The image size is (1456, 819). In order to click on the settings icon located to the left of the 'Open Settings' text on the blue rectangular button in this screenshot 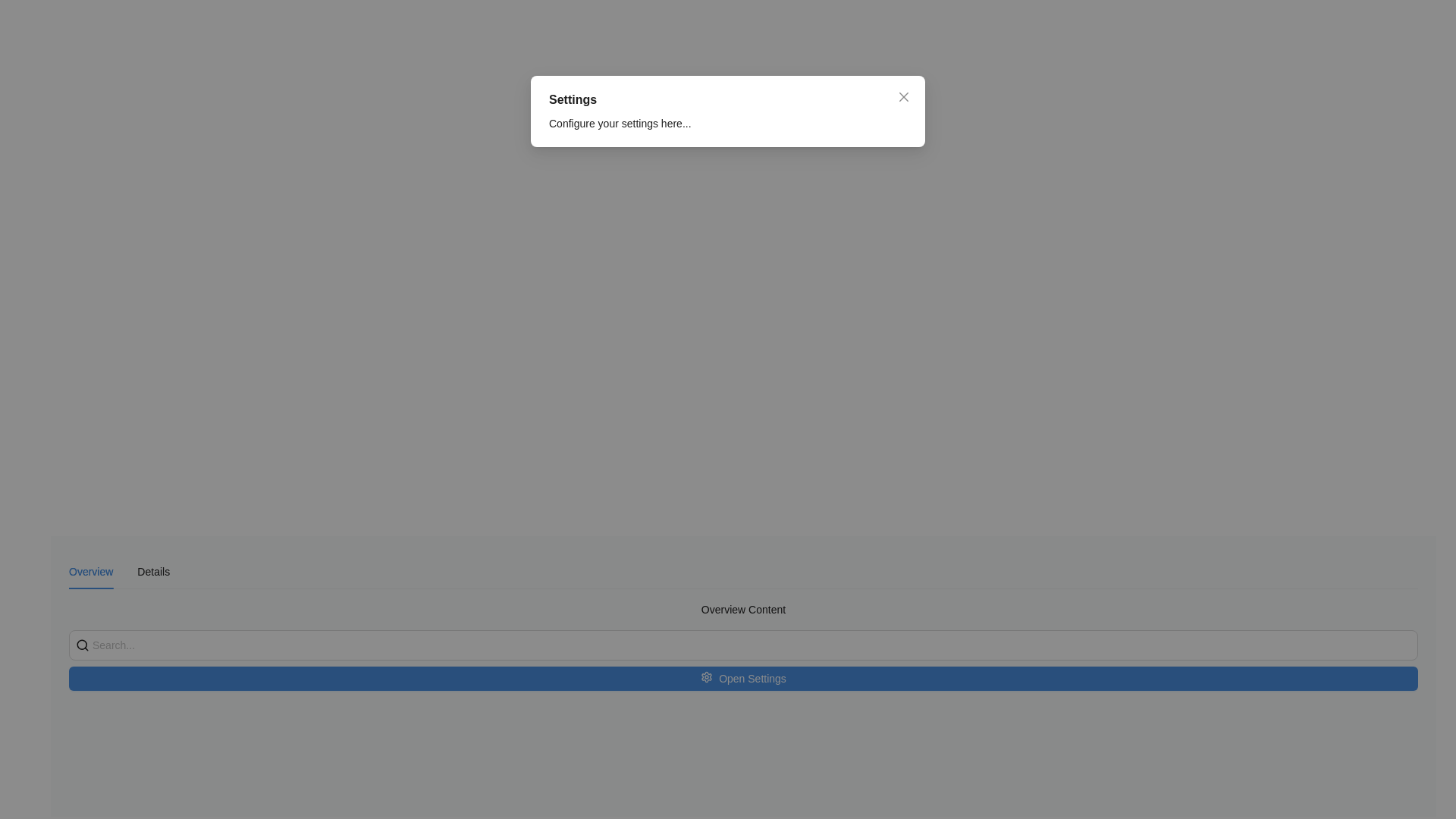, I will do `click(706, 677)`.